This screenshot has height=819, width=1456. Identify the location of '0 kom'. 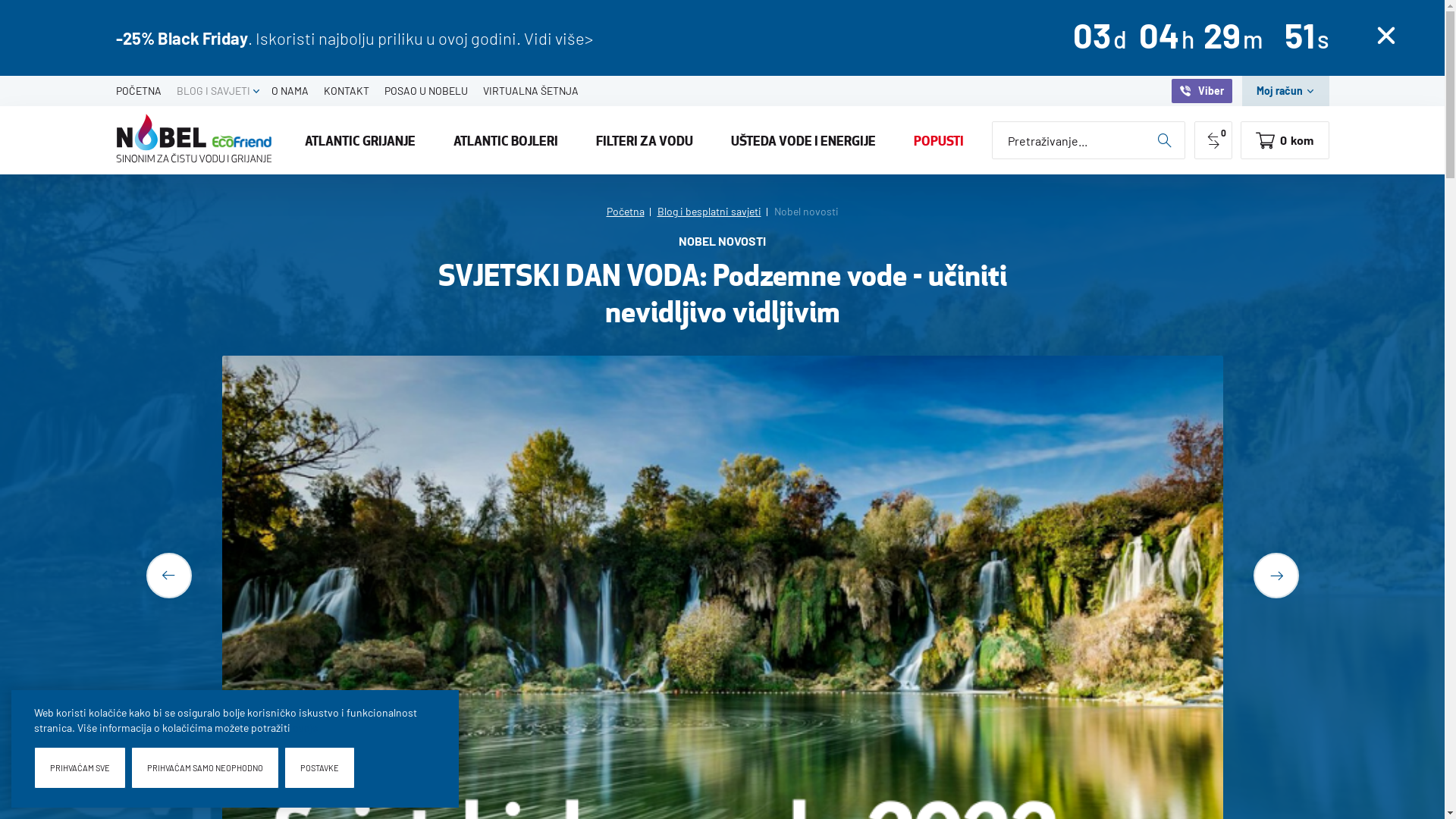
(1241, 140).